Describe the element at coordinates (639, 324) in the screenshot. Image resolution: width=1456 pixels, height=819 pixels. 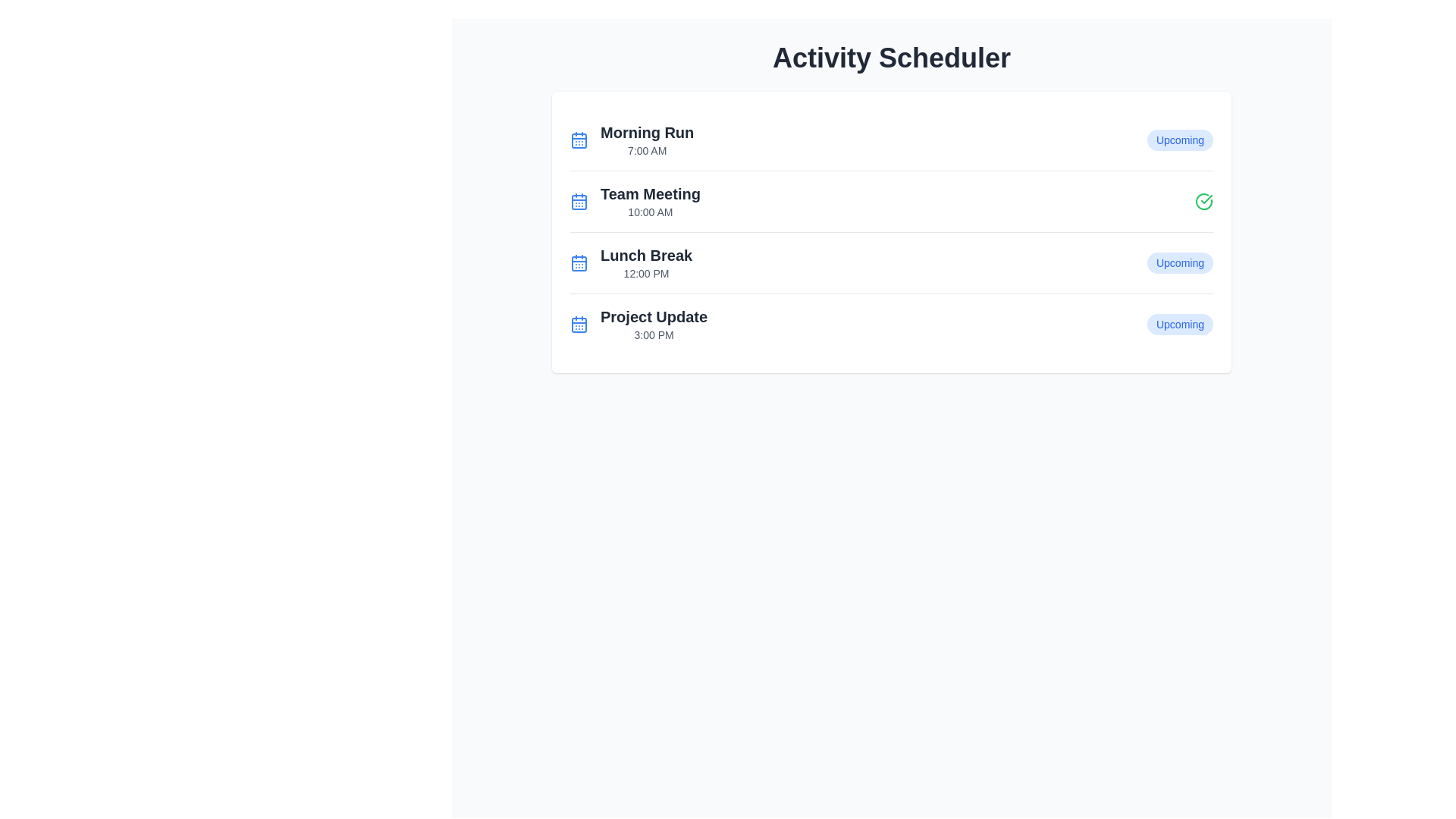
I see `the List item entry titled 'Project Update'` at that location.